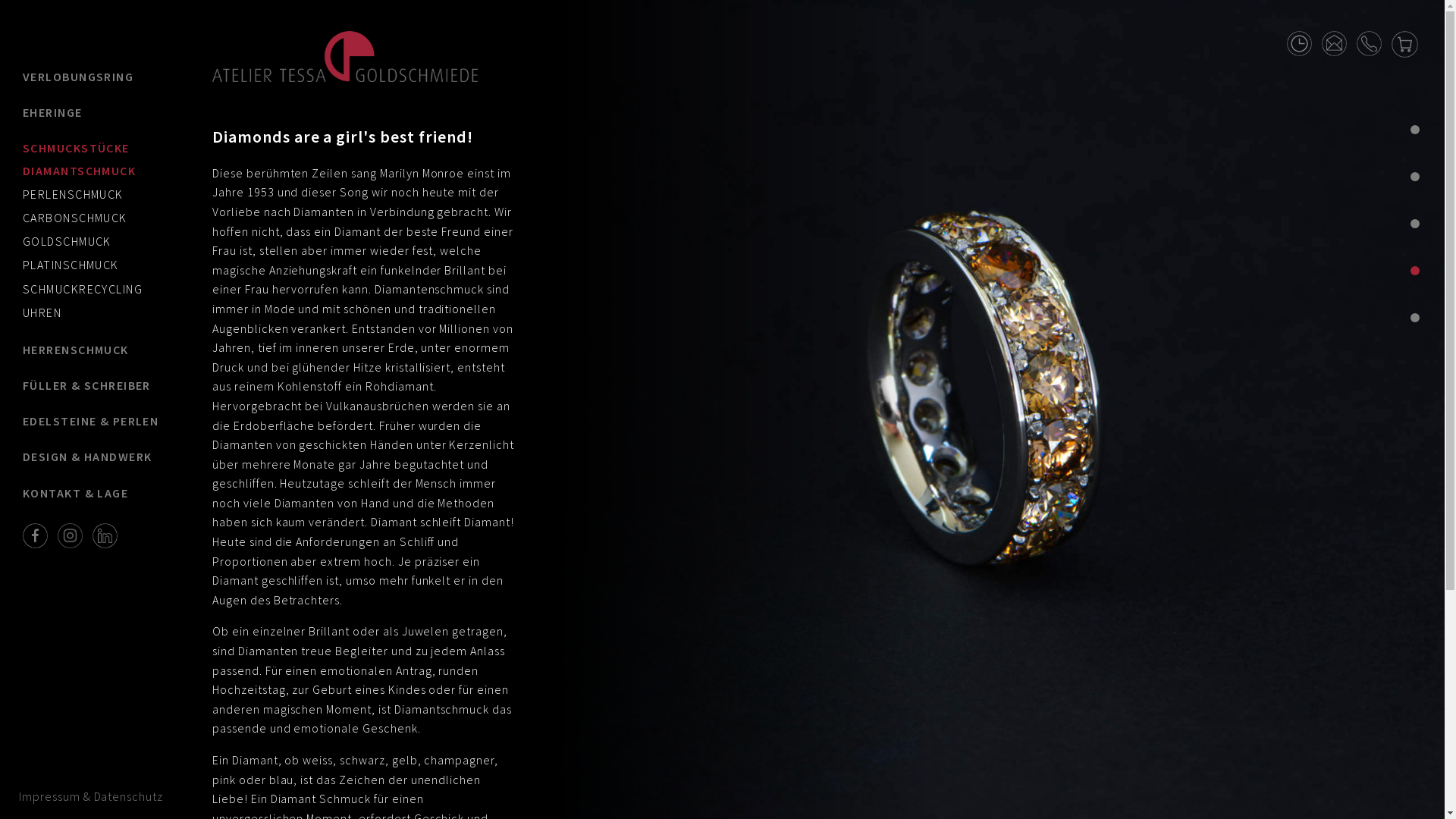 The width and height of the screenshot is (1456, 819). Describe the element at coordinates (91, 493) in the screenshot. I see `'KONTAKT & LAGE'` at that location.